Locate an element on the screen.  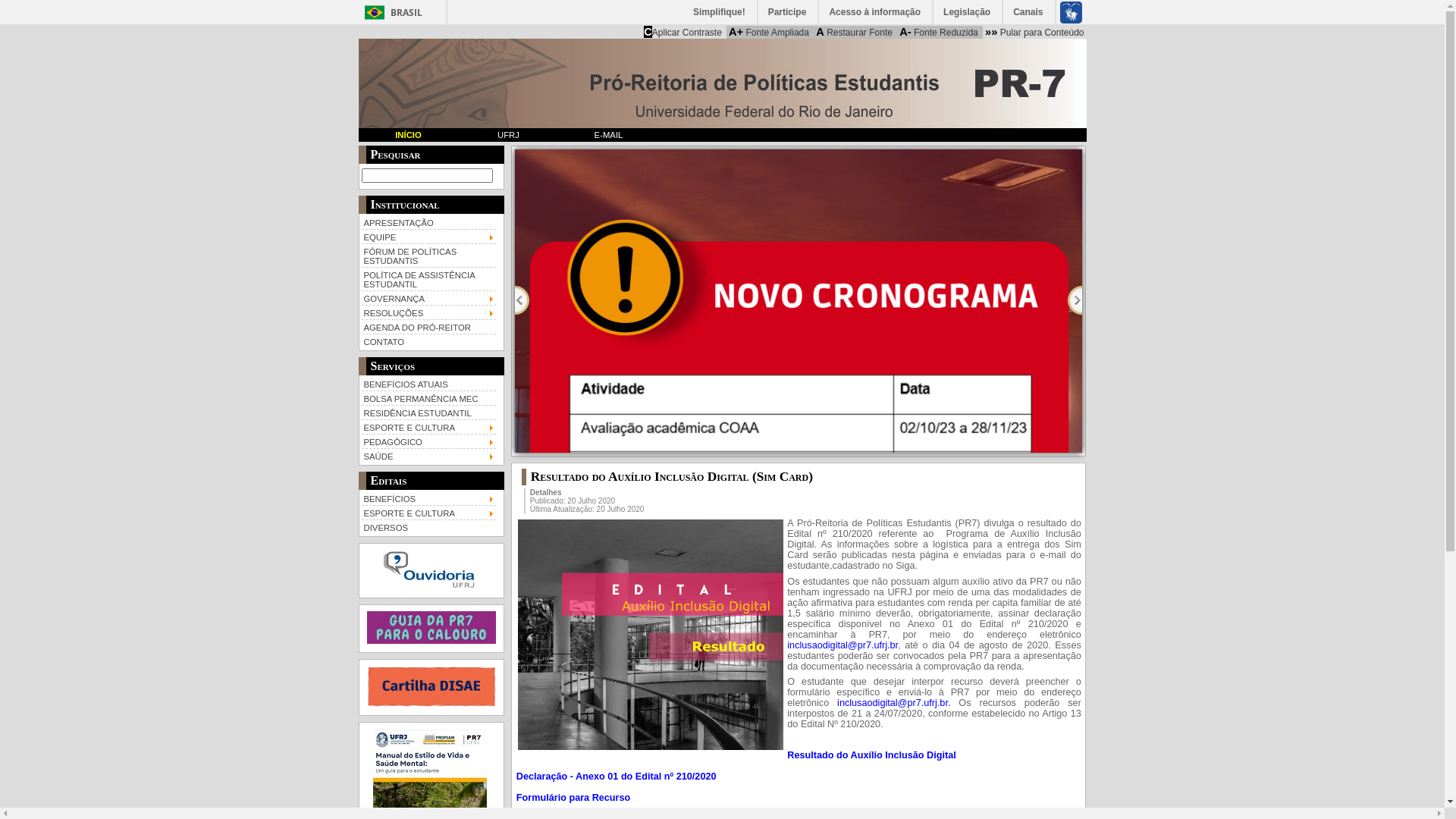
'inclusaodigital@pr7.ufrj.br.' is located at coordinates (893, 702).